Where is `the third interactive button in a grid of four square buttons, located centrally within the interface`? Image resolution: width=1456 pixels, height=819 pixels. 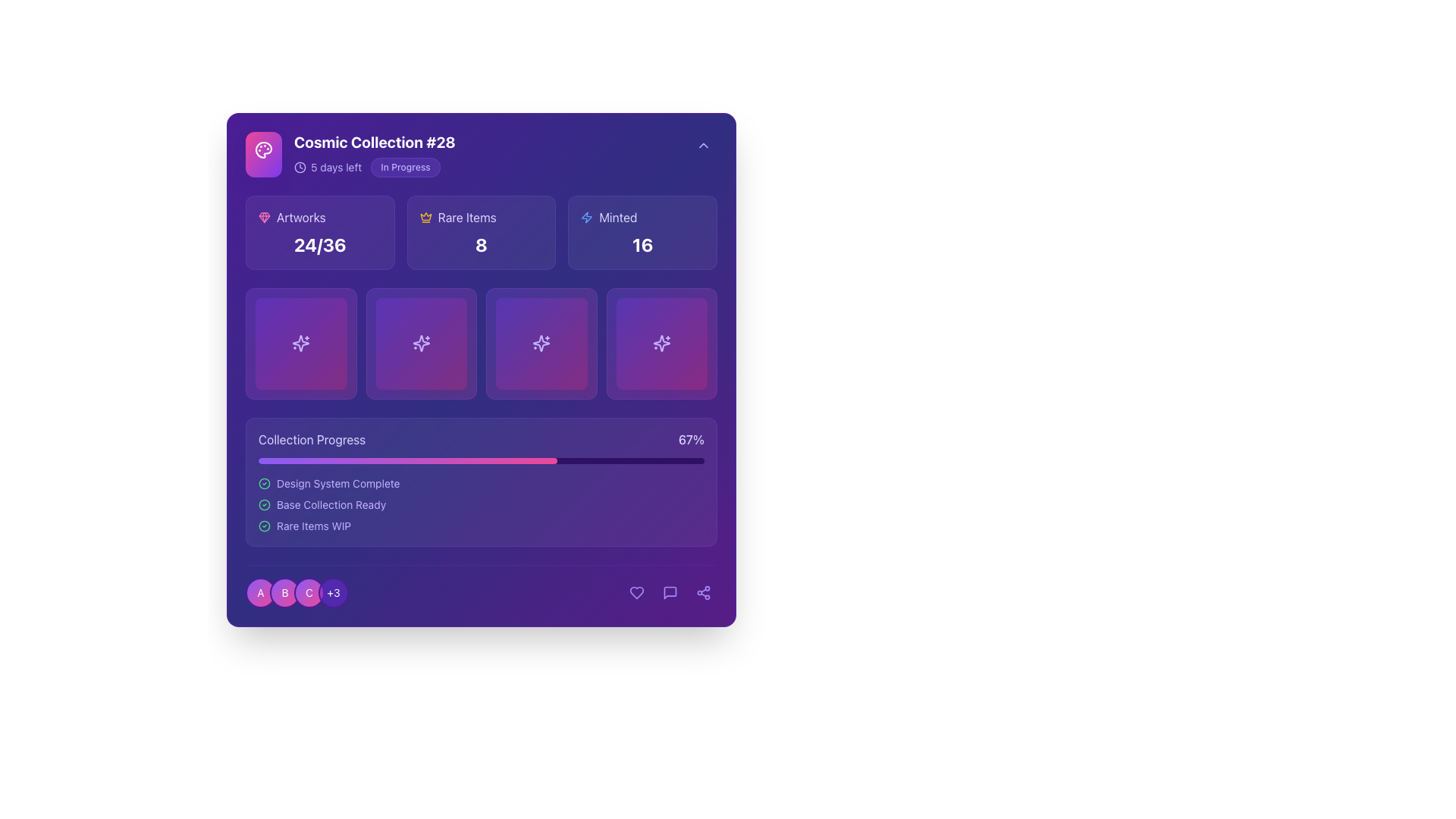
the third interactive button in a grid of four square buttons, located centrally within the interface is located at coordinates (541, 344).